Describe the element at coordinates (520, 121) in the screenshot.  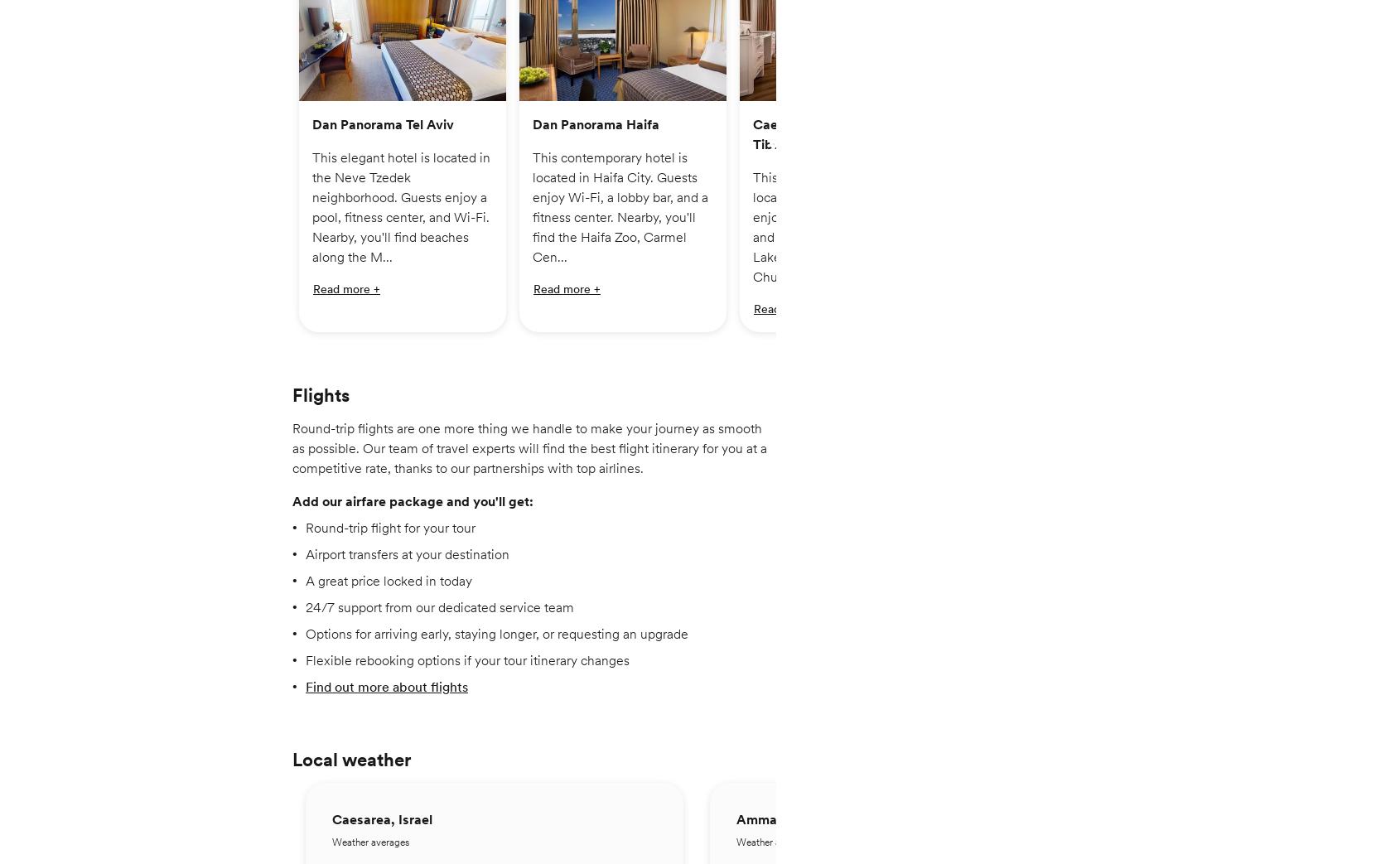
I see `'From $185 per person'` at that location.